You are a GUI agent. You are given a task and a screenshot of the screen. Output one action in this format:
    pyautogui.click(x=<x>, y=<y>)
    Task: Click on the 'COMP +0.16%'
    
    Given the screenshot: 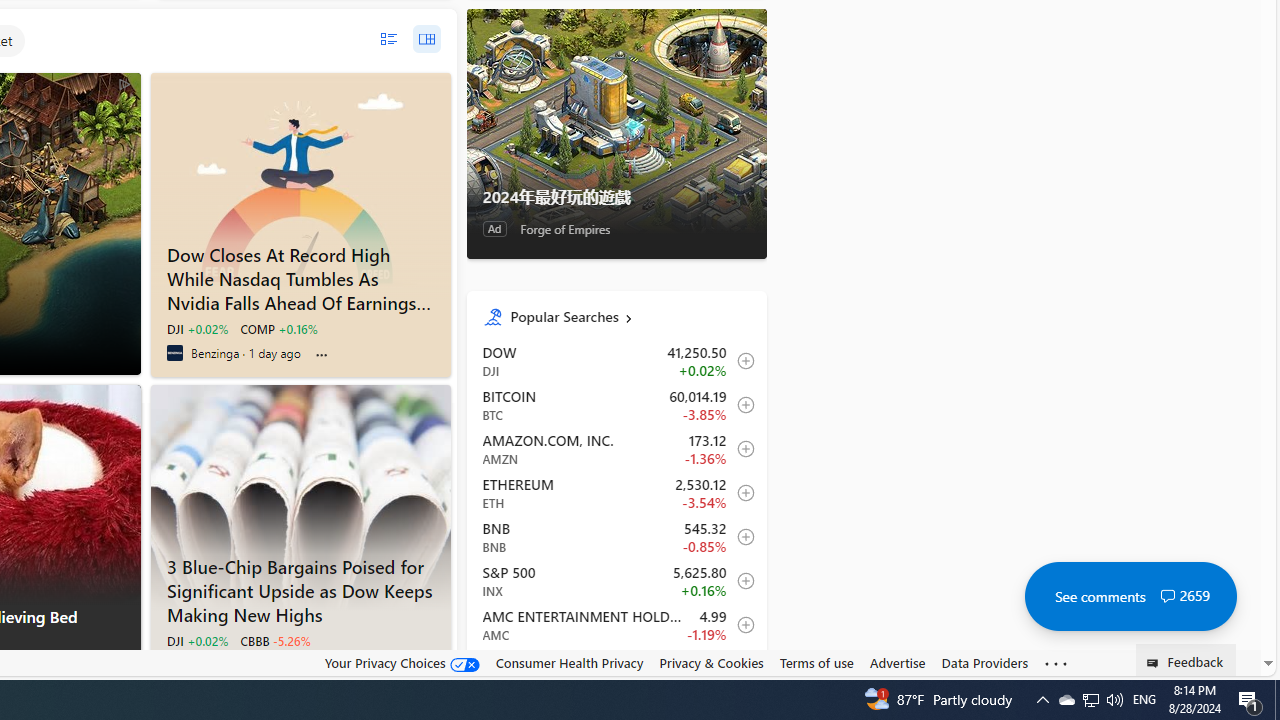 What is the action you would take?
    pyautogui.click(x=277, y=328)
    